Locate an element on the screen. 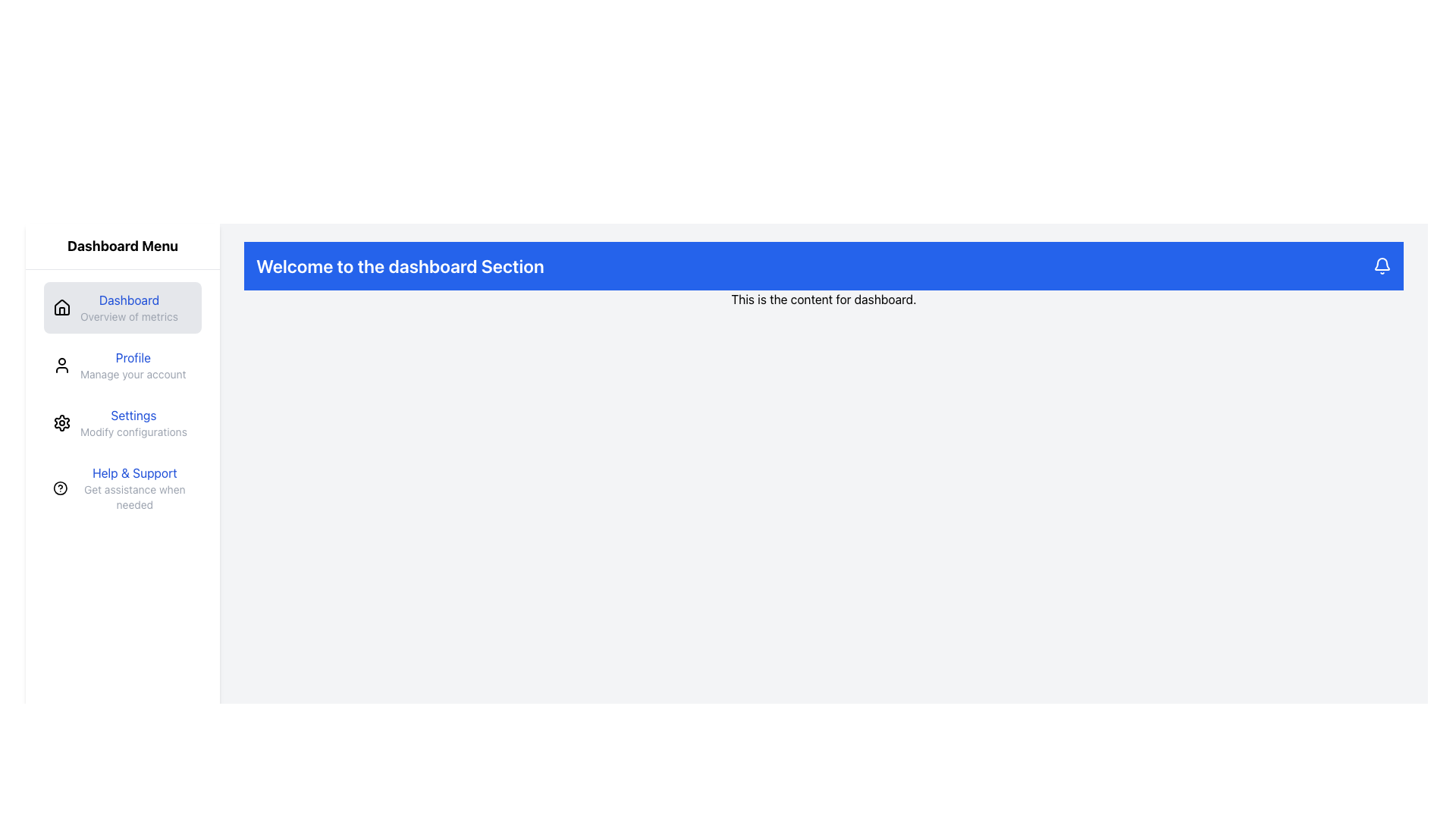  the third button in the sidebar menu is located at coordinates (123, 423).